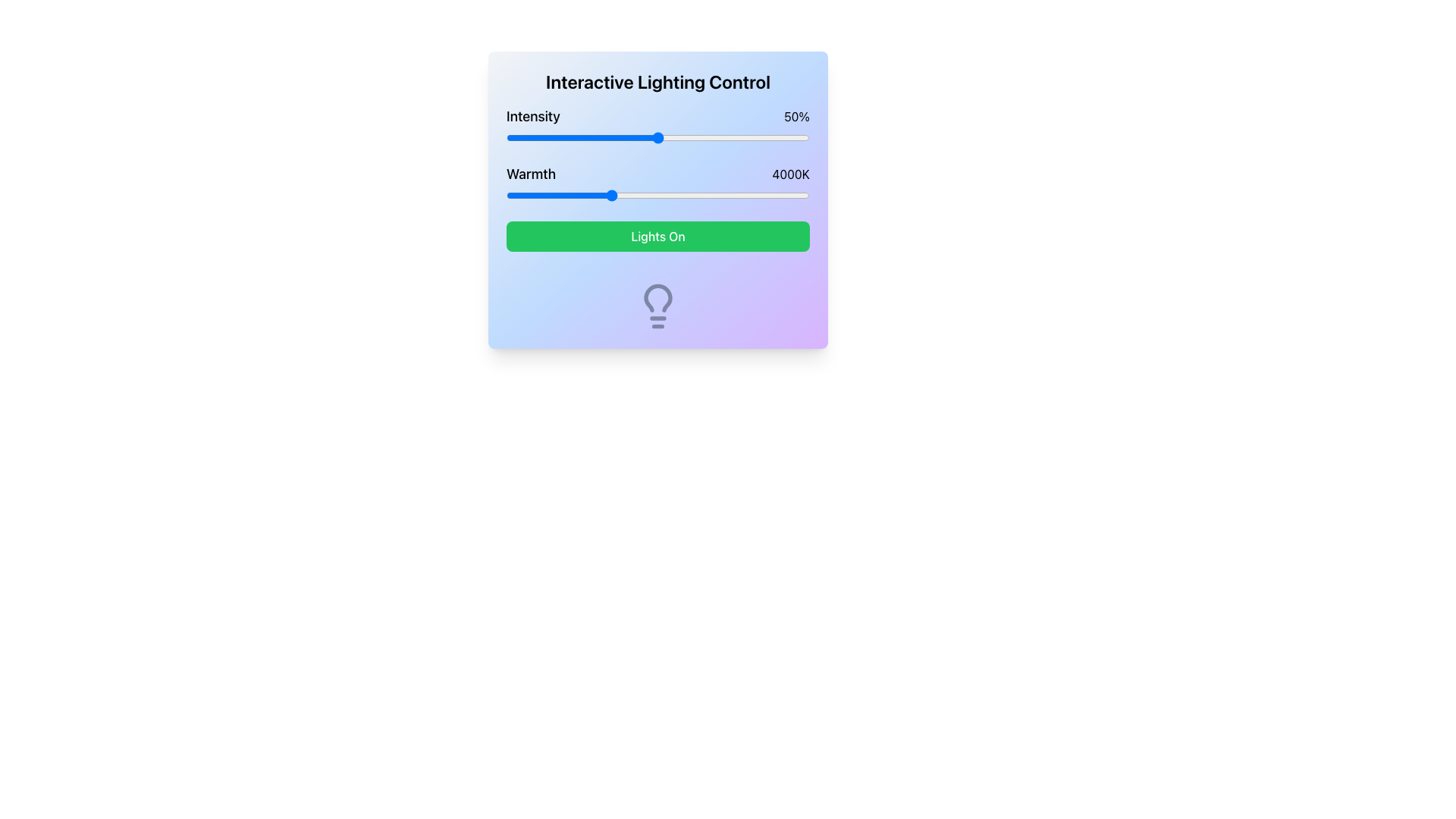  What do you see at coordinates (786, 195) in the screenshot?
I see `warmth` at bounding box center [786, 195].